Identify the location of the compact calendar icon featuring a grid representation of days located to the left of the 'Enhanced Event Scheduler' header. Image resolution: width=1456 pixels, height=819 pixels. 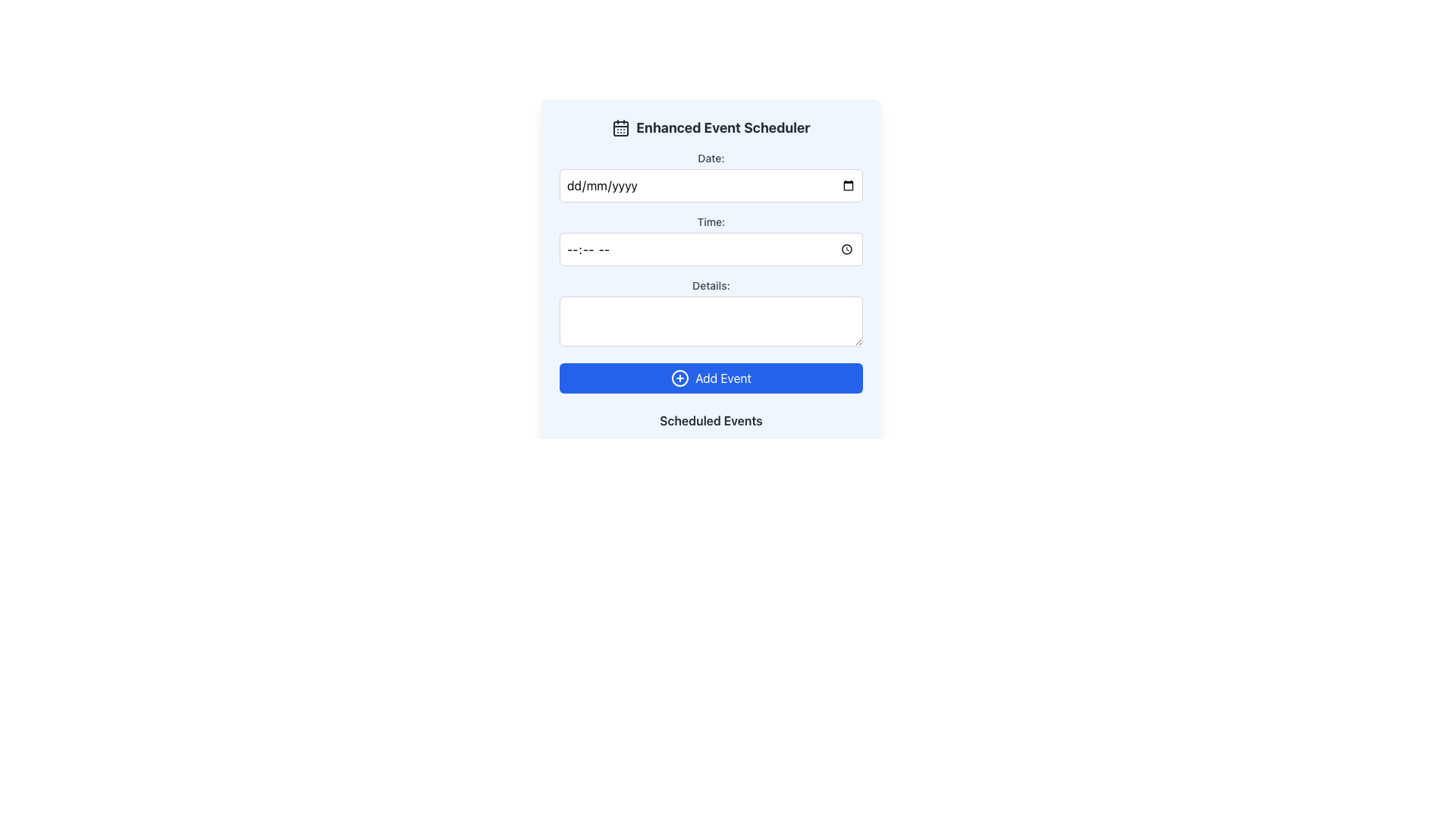
(621, 127).